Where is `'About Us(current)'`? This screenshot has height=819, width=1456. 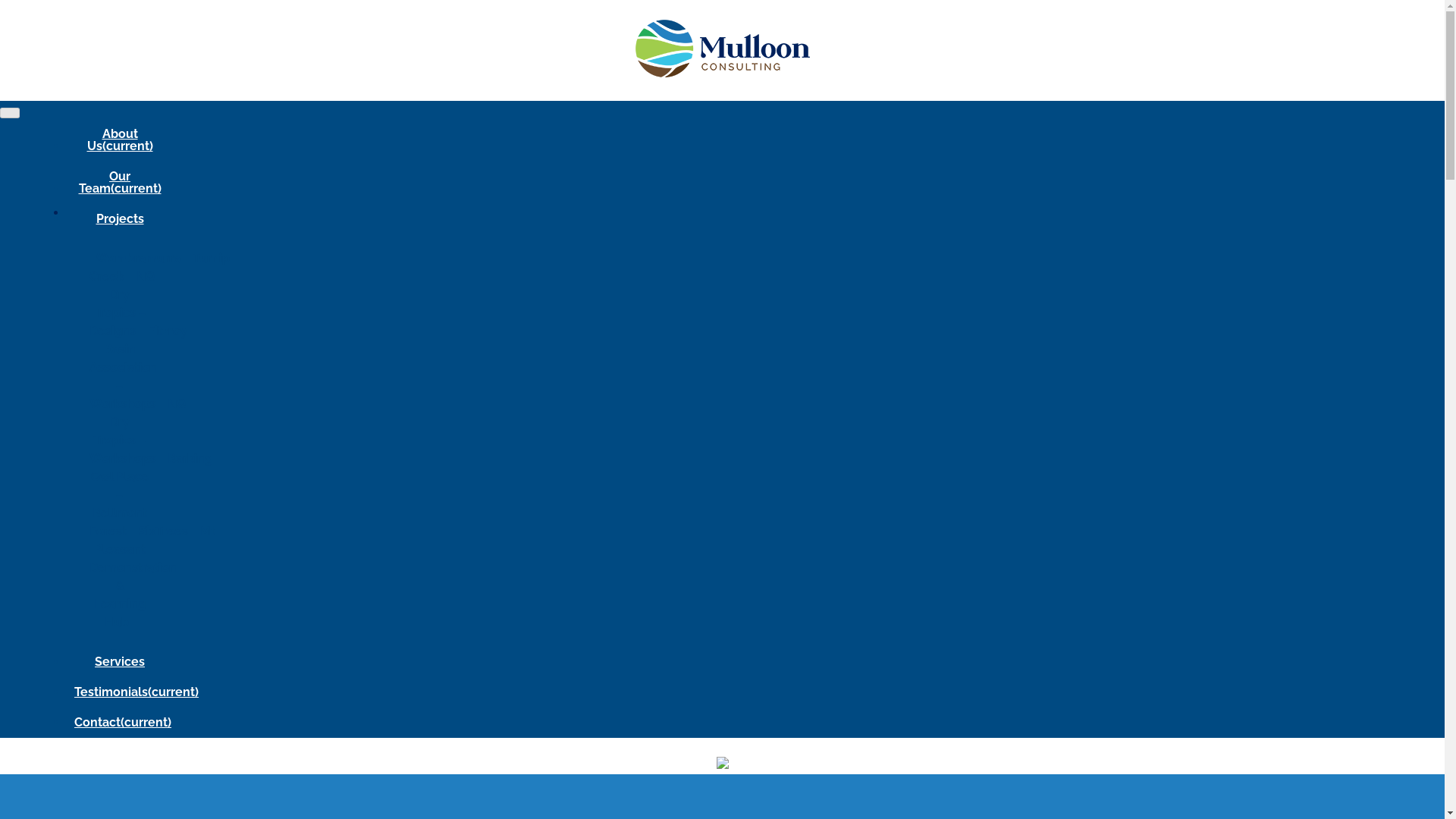
'About Us(current)' is located at coordinates (119, 140).